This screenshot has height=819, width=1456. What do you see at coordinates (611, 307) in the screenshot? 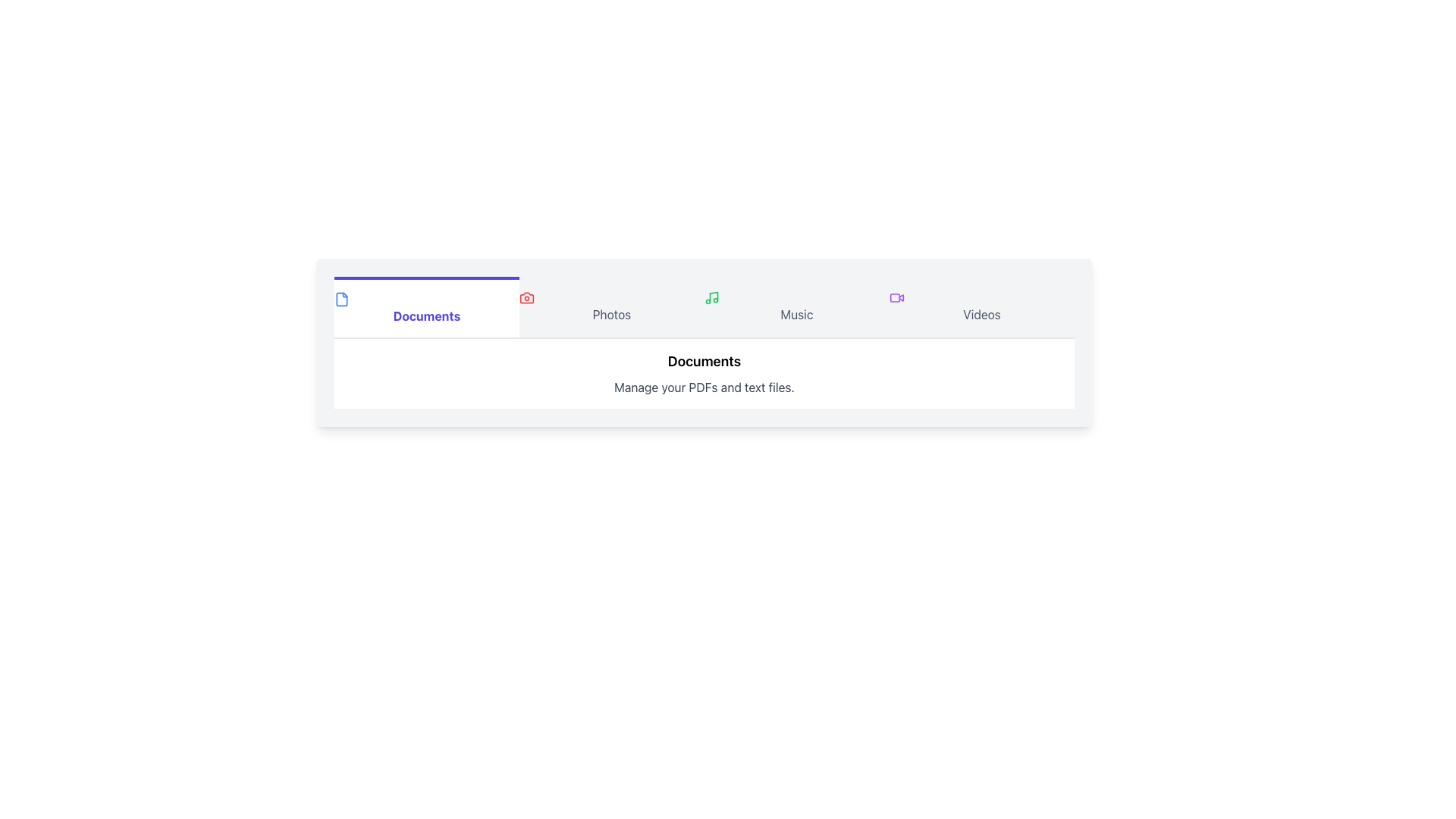
I see `the second tab in the navigation menu, which is intended for accessing the photos or images section` at bounding box center [611, 307].